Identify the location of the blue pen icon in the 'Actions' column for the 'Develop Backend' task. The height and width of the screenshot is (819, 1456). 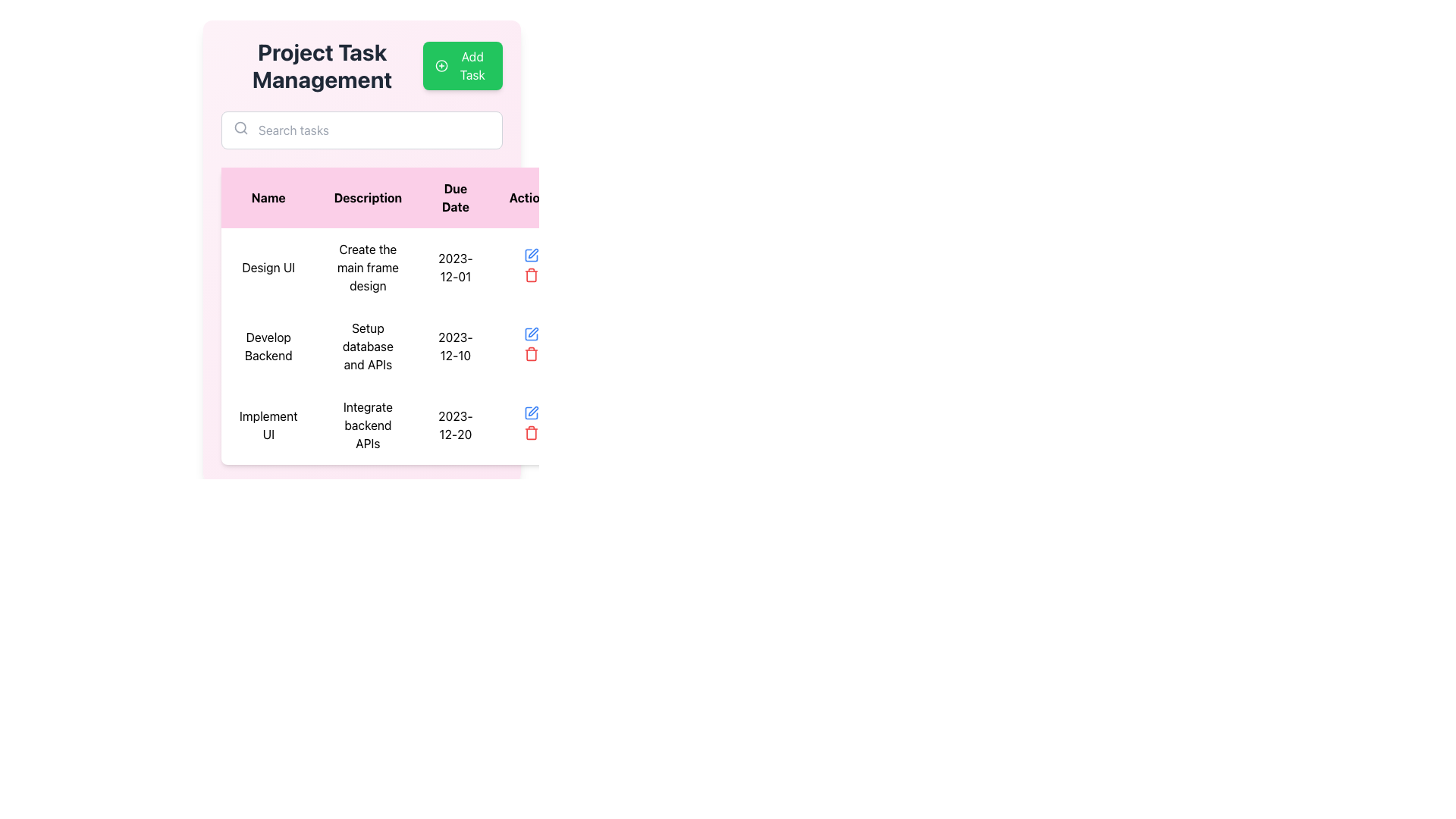
(531, 413).